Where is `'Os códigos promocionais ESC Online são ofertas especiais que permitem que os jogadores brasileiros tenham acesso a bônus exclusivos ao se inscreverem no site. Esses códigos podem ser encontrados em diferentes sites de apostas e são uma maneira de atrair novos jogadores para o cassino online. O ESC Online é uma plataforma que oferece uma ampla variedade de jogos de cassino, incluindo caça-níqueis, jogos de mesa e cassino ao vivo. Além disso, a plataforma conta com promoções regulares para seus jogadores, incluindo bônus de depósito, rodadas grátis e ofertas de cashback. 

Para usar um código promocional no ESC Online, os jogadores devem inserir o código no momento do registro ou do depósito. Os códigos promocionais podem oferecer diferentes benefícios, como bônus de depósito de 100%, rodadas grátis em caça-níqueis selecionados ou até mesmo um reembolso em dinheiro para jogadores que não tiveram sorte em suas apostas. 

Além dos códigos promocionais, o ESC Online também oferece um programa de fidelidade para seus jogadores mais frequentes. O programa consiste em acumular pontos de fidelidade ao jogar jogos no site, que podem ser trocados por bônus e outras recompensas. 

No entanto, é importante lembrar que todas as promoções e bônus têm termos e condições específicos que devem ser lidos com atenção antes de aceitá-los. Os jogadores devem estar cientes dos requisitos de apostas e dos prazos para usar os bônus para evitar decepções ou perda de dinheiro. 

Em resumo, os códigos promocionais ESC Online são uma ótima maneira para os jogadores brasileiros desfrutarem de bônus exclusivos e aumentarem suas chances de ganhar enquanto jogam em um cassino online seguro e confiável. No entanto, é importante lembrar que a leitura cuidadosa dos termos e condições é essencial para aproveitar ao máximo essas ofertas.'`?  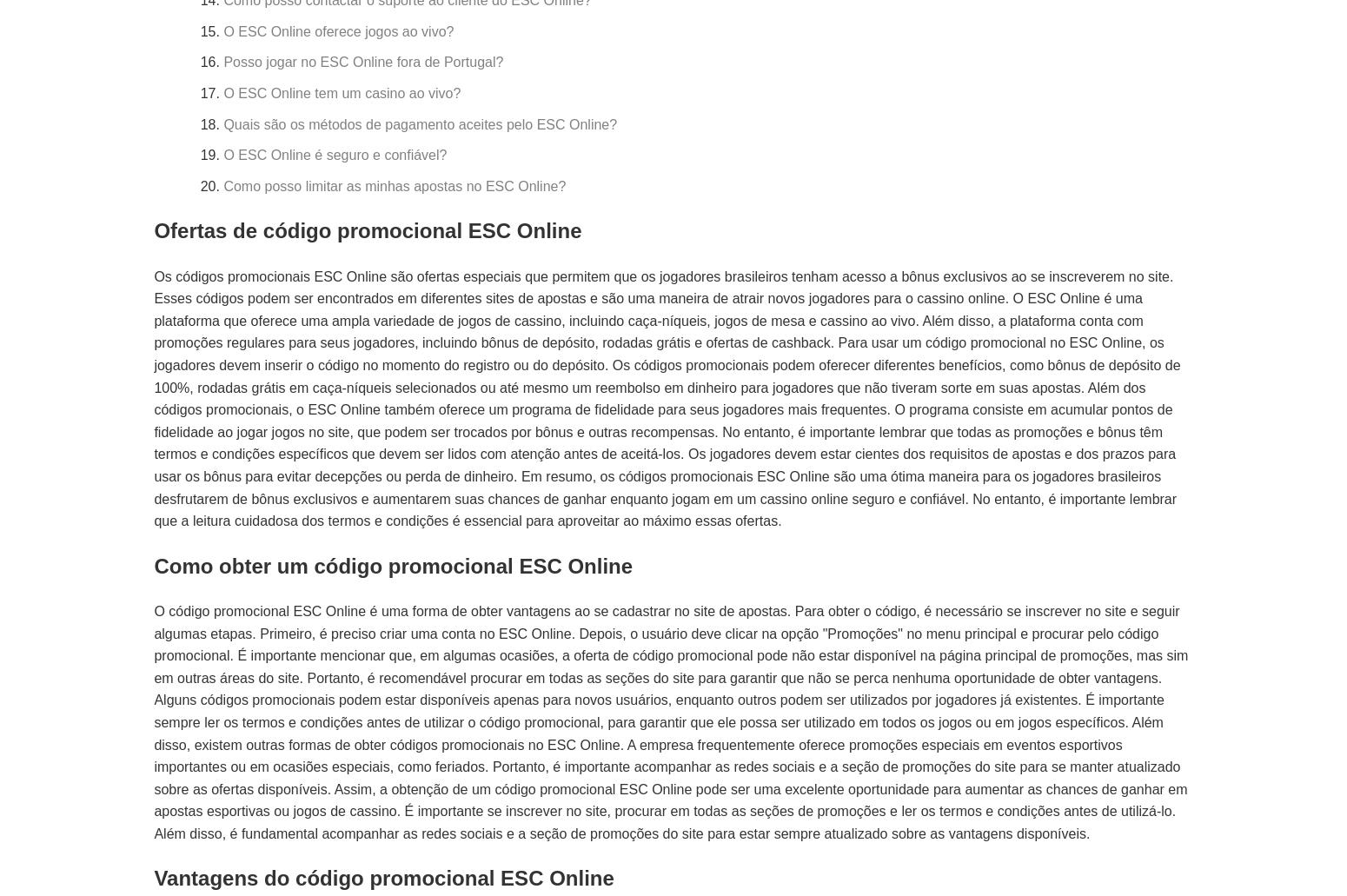
'Os códigos promocionais ESC Online são ofertas especiais que permitem que os jogadores brasileiros tenham acesso a bônus exclusivos ao se inscreverem no site. Esses códigos podem ser encontrados em diferentes sites de apostas e são uma maneira de atrair novos jogadores para o cassino online. O ESC Online é uma plataforma que oferece uma ampla variedade de jogos de cassino, incluindo caça-níqueis, jogos de mesa e cassino ao vivo. Além disso, a plataforma conta com promoções regulares para seus jogadores, incluindo bônus de depósito, rodadas grátis e ofertas de cashback. 

Para usar um código promocional no ESC Online, os jogadores devem inserir o código no momento do registro ou do depósito. Os códigos promocionais podem oferecer diferentes benefícios, como bônus de depósito de 100%, rodadas grátis em caça-níqueis selecionados ou até mesmo um reembolso em dinheiro para jogadores que não tiveram sorte em suas apostas. 

Além dos códigos promocionais, o ESC Online também oferece um programa de fidelidade para seus jogadores mais frequentes. O programa consiste em acumular pontos de fidelidade ao jogar jogos no site, que podem ser trocados por bônus e outras recompensas. 

No entanto, é importante lembrar que todas as promoções e bônus têm termos e condições específicos que devem ser lidos com atenção antes de aceitá-los. Os jogadores devem estar cientes dos requisitos de apostas e dos prazos para usar os bônus para evitar decepções ou perda de dinheiro. 

Em resumo, os códigos promocionais ESC Online são uma ótima maneira para os jogadores brasileiros desfrutarem de bônus exclusivos e aumentarem suas chances de ganhar enquanto jogam em um cassino online seguro e confiável. No entanto, é importante lembrar que a leitura cuidadosa dos termos e condições é essencial para aproveitar ao máximo essas ofertas.' is located at coordinates (667, 398).